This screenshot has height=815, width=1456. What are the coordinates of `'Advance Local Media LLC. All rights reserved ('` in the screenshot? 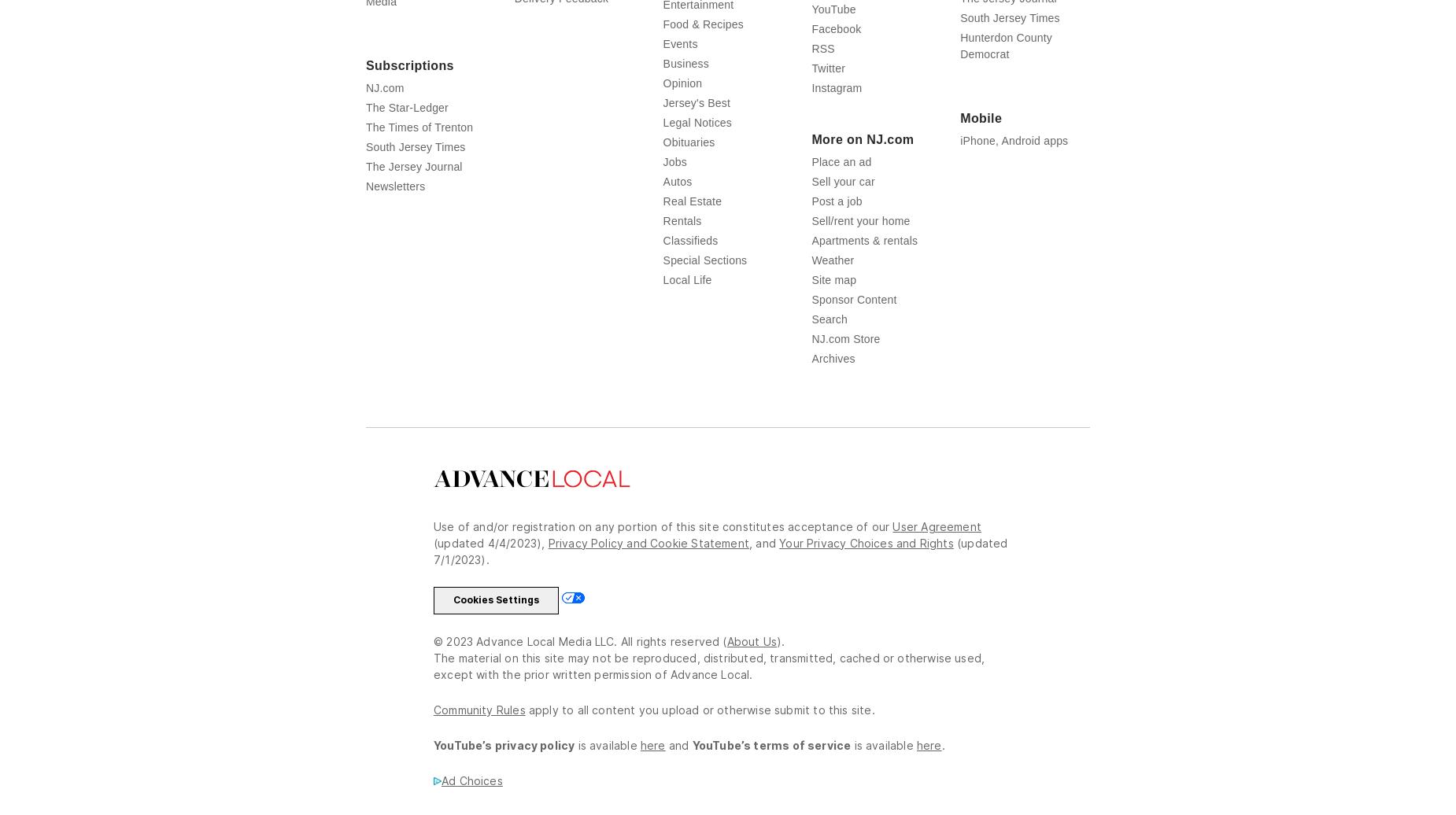 It's located at (600, 641).